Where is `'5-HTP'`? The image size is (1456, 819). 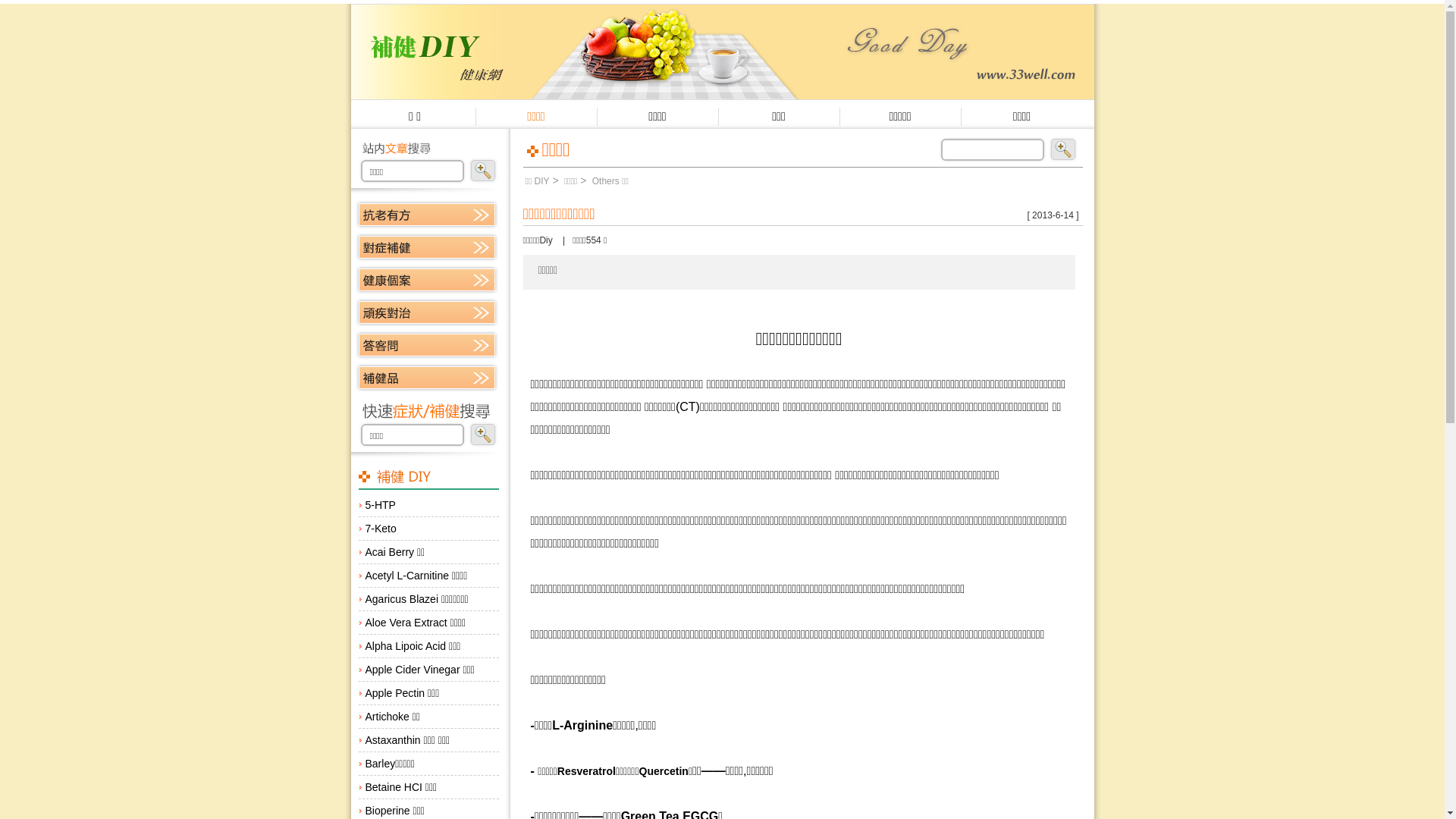
'5-HTP' is located at coordinates (427, 505).